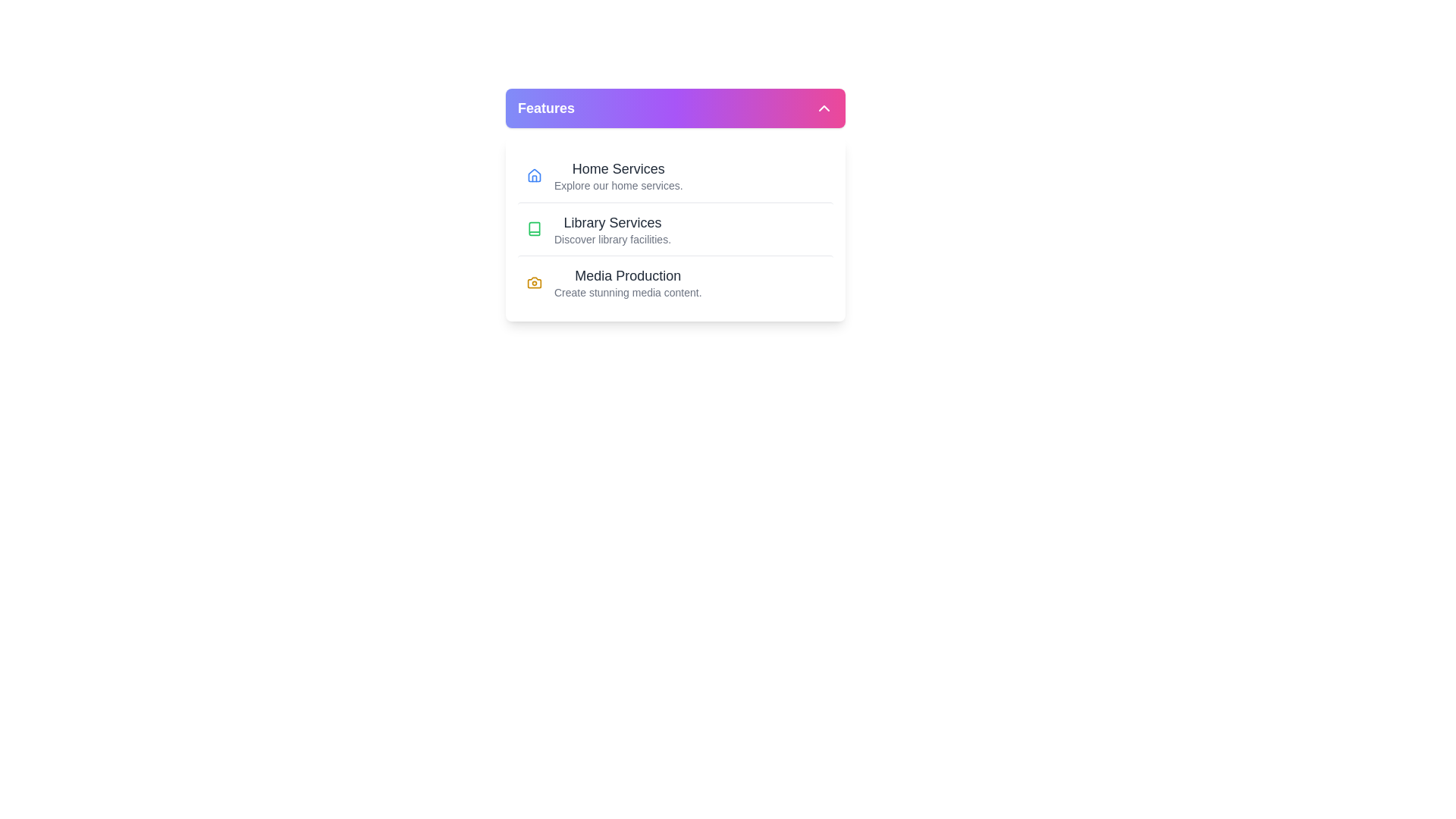 The width and height of the screenshot is (1456, 819). What do you see at coordinates (535, 228) in the screenshot?
I see `the small green book icon located next to the 'Library Services' label in the dropdown menu titled 'Features'` at bounding box center [535, 228].